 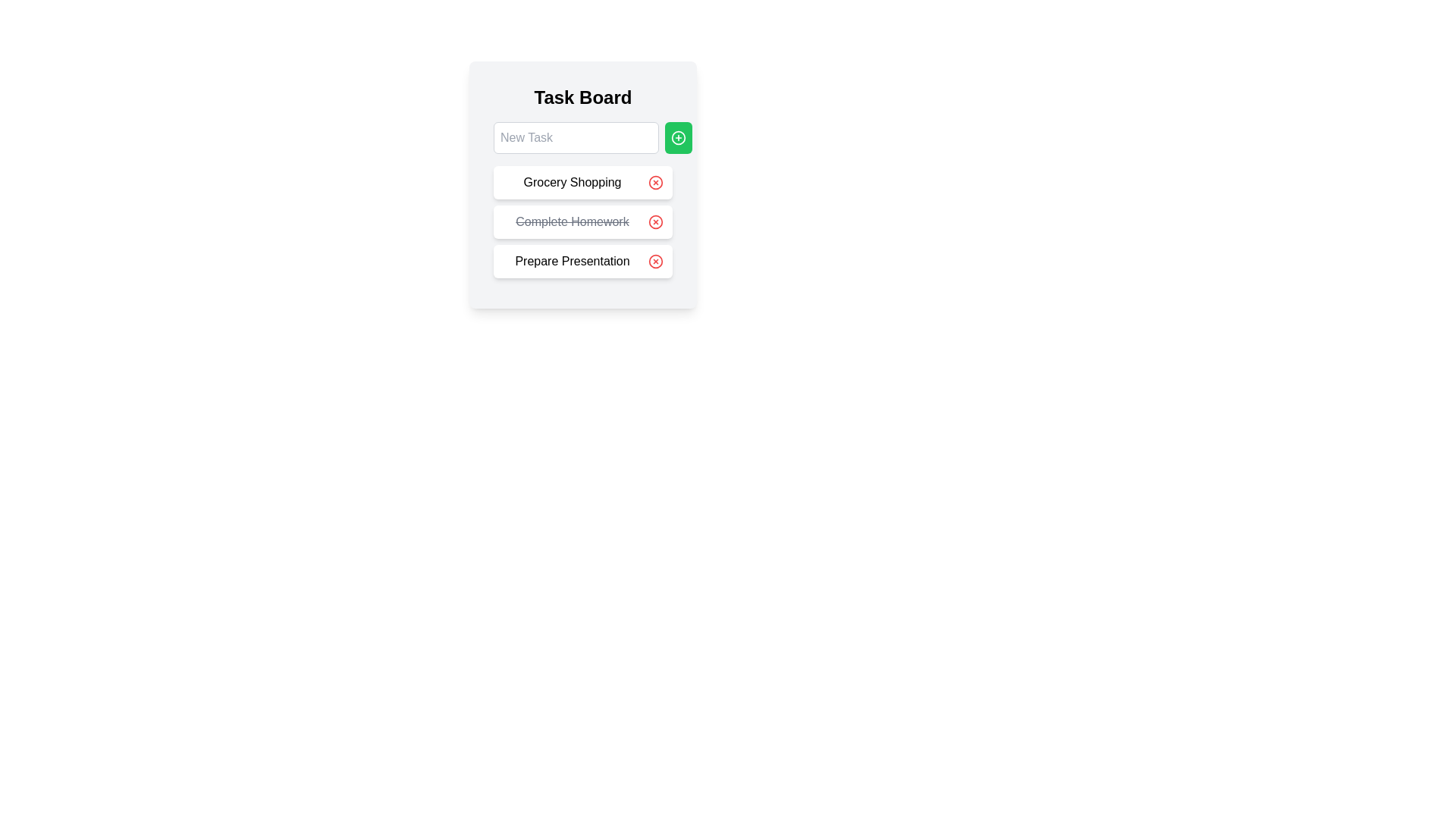 I want to click on the composite UI element that contains the text 'Prepare Presentation' and the red delete button with a white 'X', so click(x=582, y=260).